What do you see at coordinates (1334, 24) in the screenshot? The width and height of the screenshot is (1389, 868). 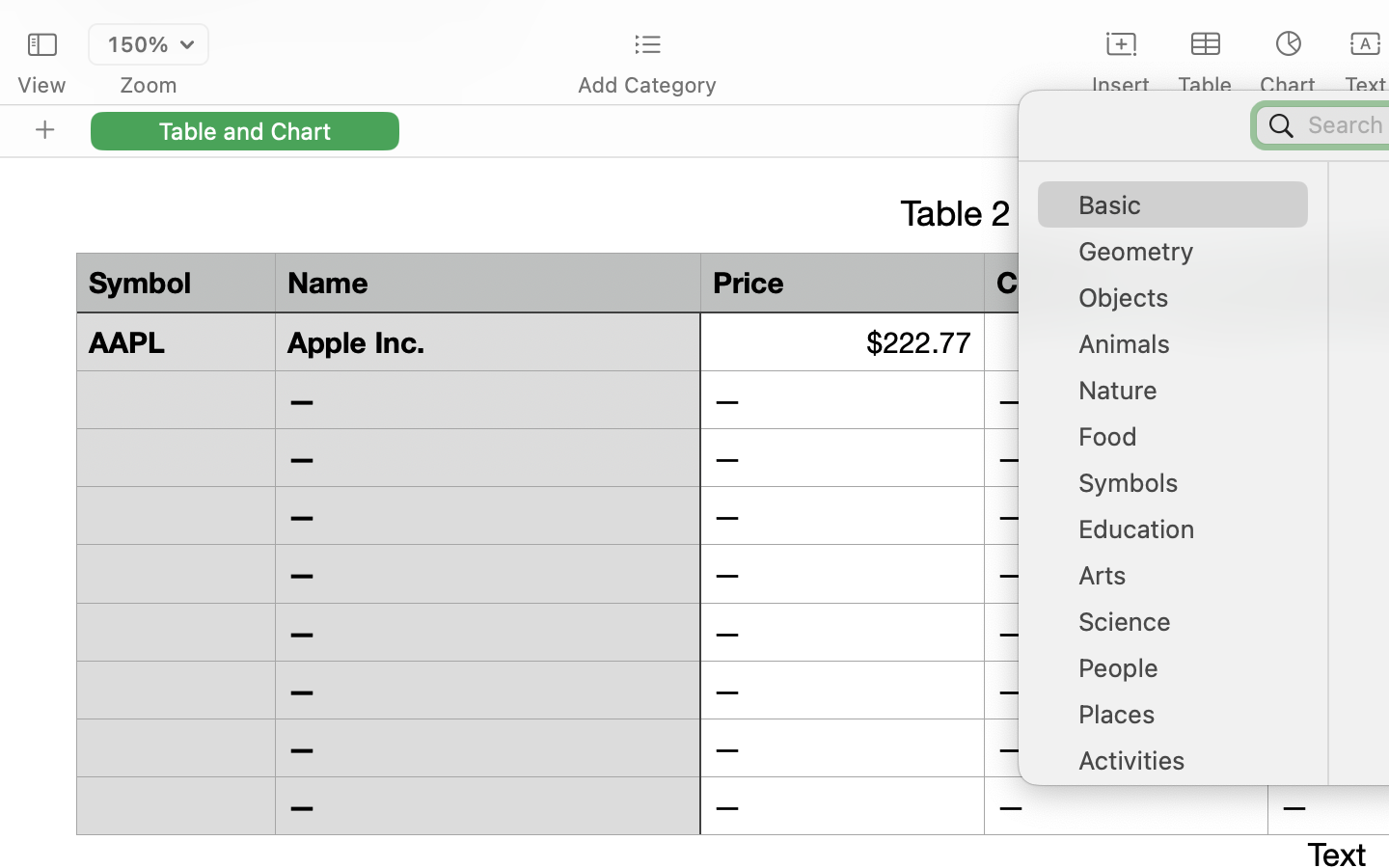 I see `'Untitled'` at bounding box center [1334, 24].